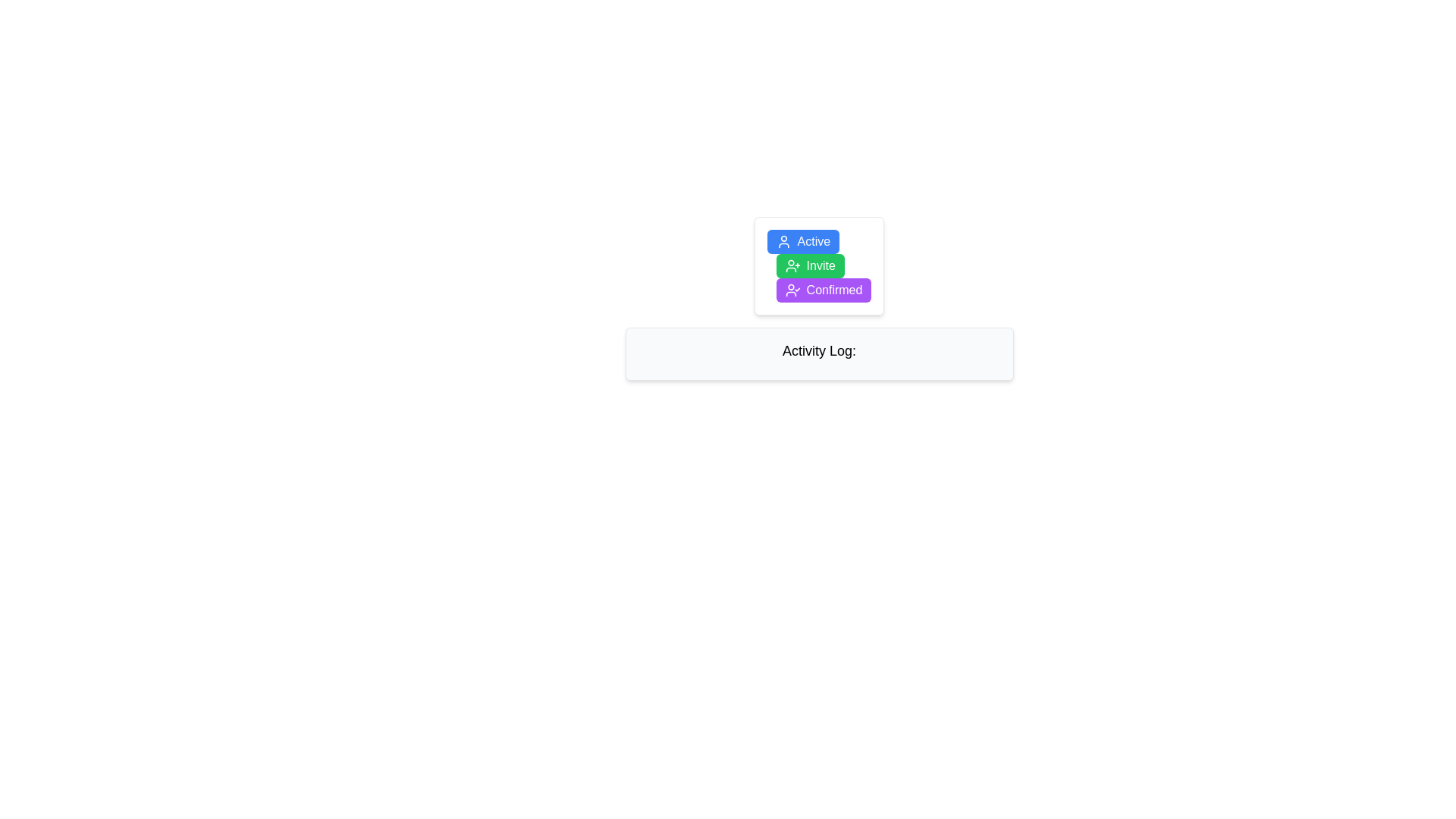  Describe the element at coordinates (792, 265) in the screenshot. I see `the 'Invite' button which contains a 'user add' icon with a green background, located between the 'Active' and 'Confirmed' buttons` at that location.